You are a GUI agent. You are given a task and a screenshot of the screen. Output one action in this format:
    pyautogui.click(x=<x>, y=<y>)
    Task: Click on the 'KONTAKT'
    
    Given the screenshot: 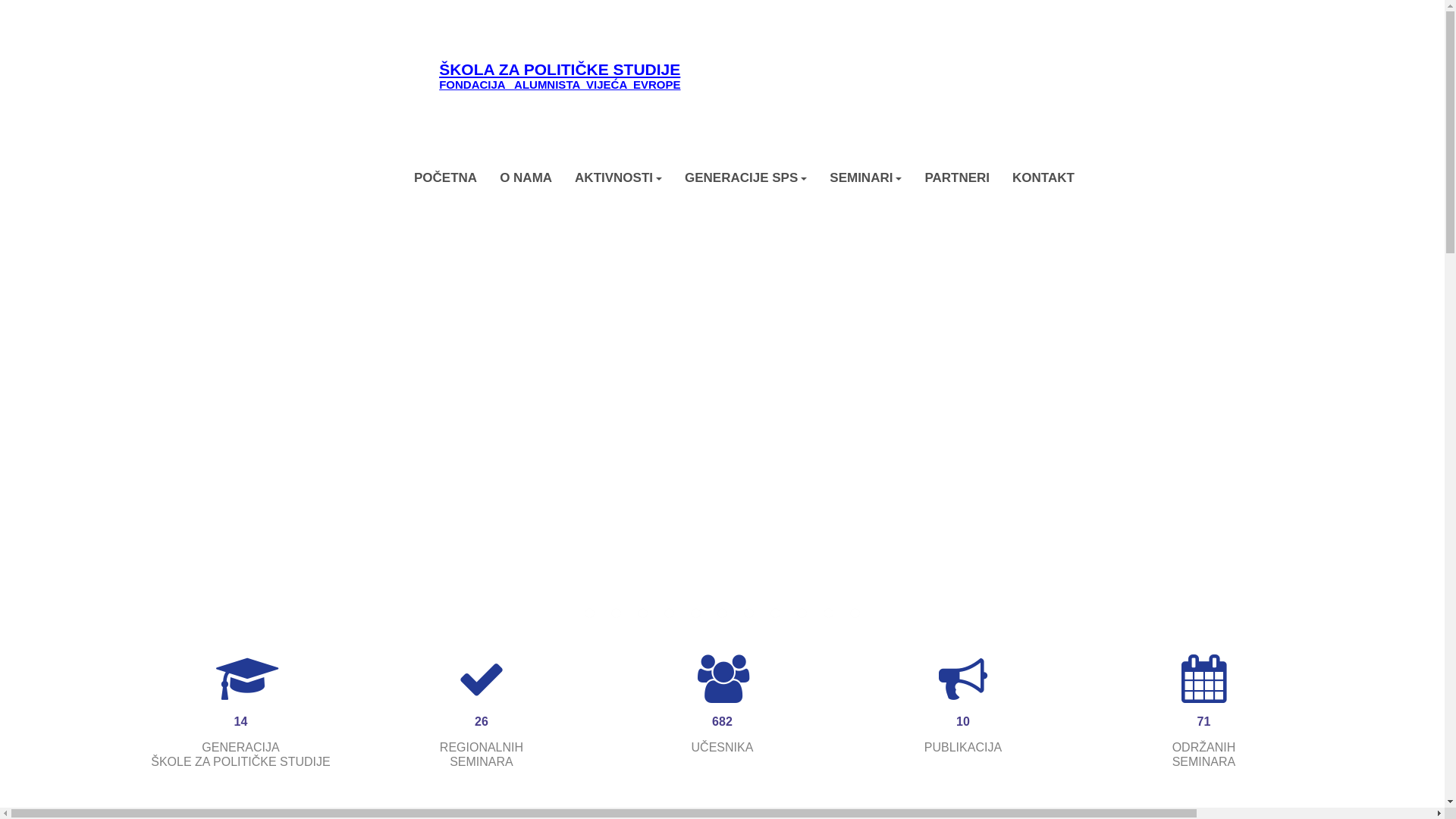 What is the action you would take?
    pyautogui.click(x=1043, y=177)
    